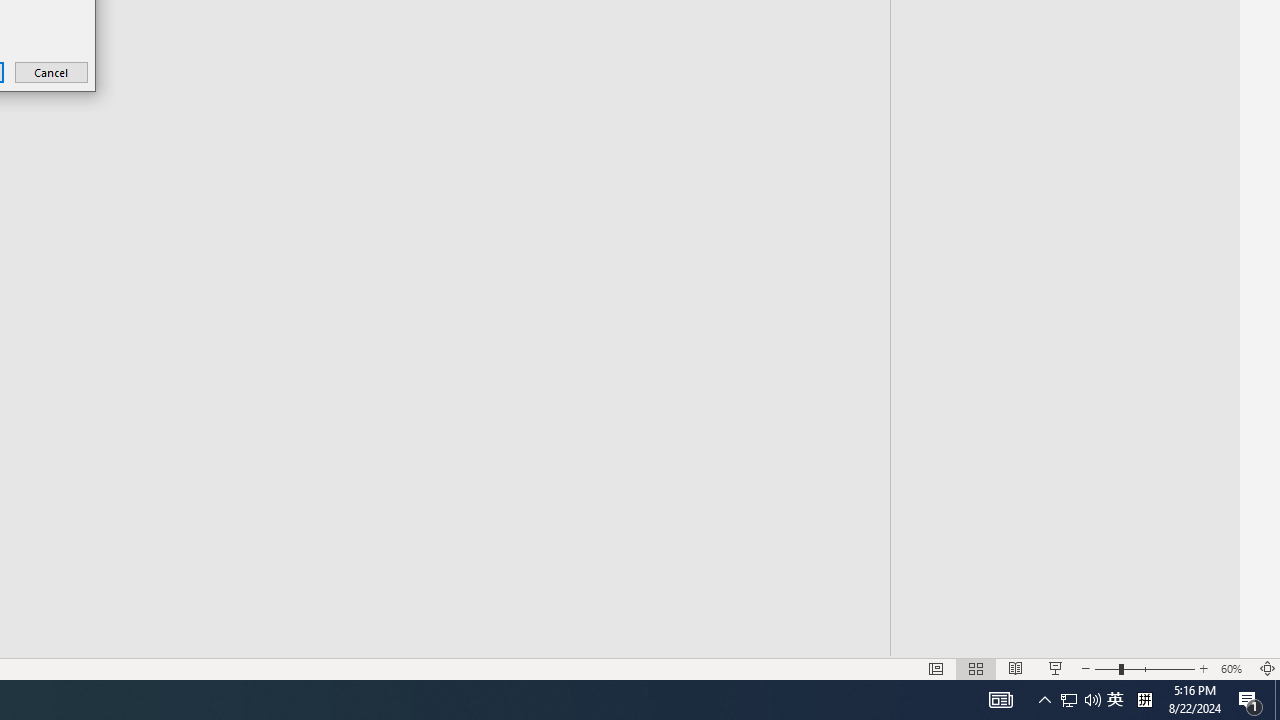 The width and height of the screenshot is (1280, 720). Describe the element at coordinates (1233, 669) in the screenshot. I see `'Zoom 60%'` at that location.